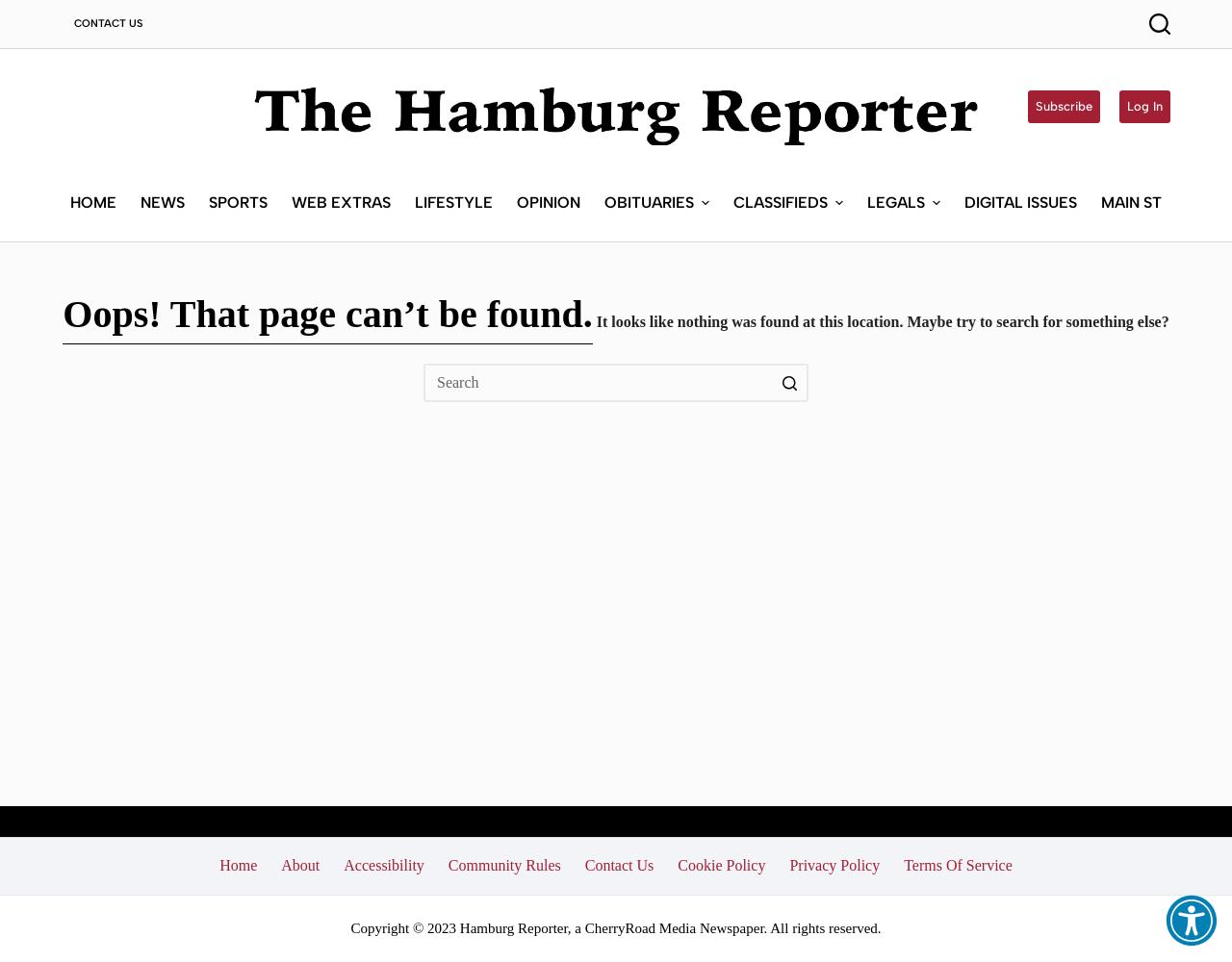 Image resolution: width=1232 pixels, height=962 pixels. What do you see at coordinates (236, 200) in the screenshot?
I see `'Sports'` at bounding box center [236, 200].